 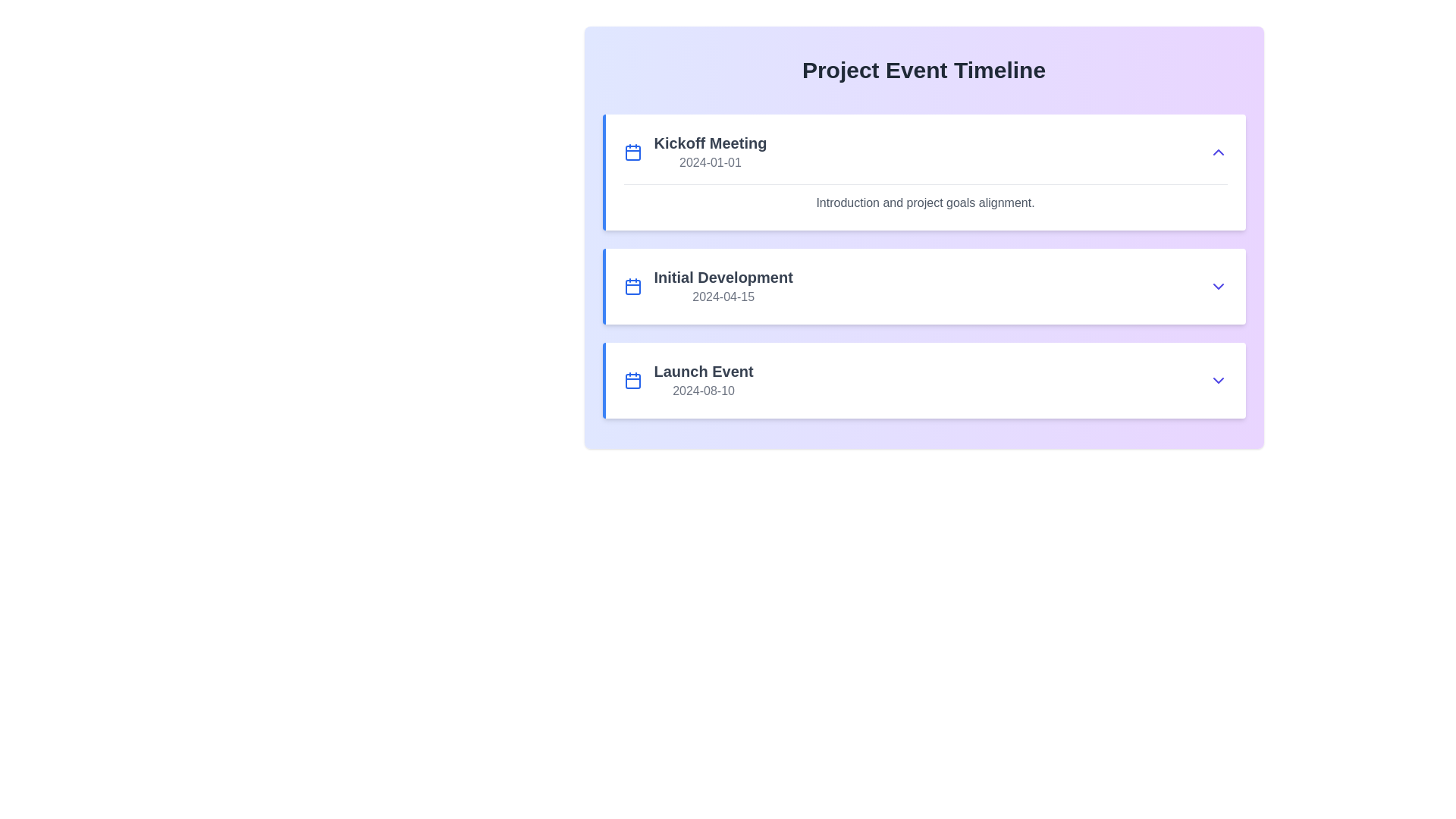 I want to click on the Event Information Display labeled 'Initial Development' which shows the date '2024-04-15', located in the middle event card of the 'Project Event Timeline' interface, so click(x=708, y=287).